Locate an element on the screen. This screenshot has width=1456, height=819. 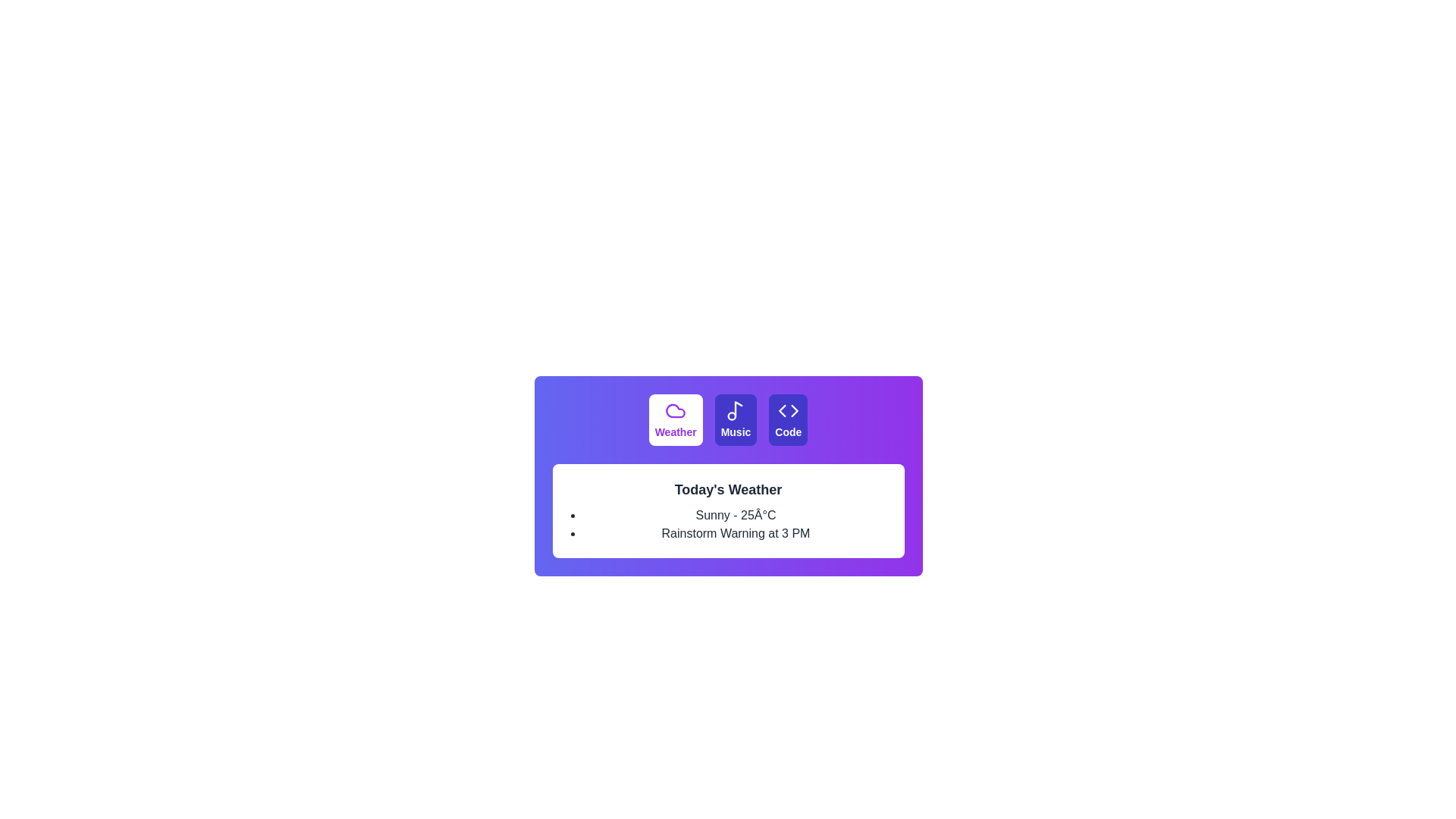
the musical note icon with a blue background, which is the second icon in a horizontal row is located at coordinates (736, 411).